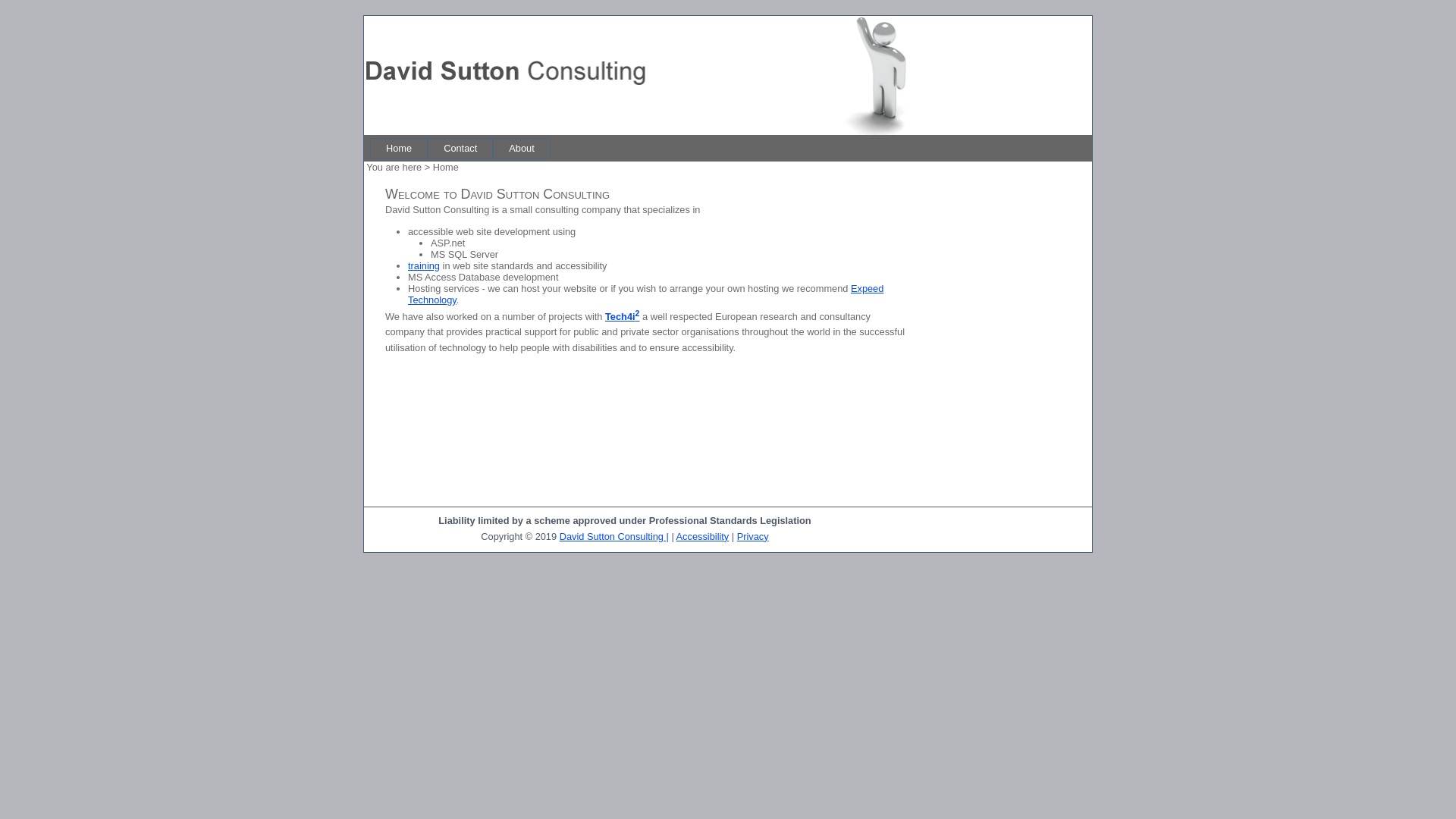  I want to click on 'Home', so click(399, 148).